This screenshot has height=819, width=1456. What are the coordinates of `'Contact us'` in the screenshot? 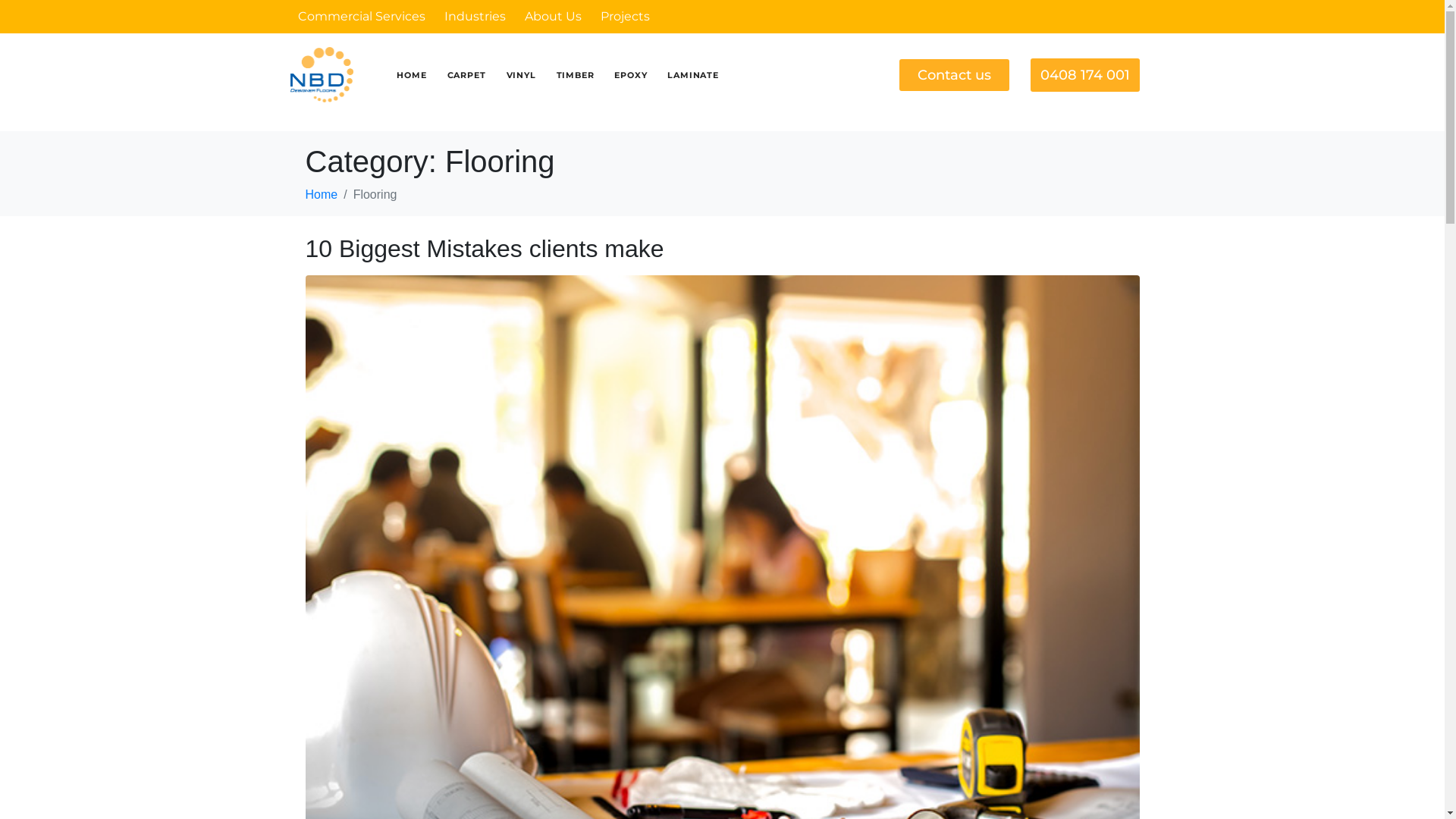 It's located at (953, 75).